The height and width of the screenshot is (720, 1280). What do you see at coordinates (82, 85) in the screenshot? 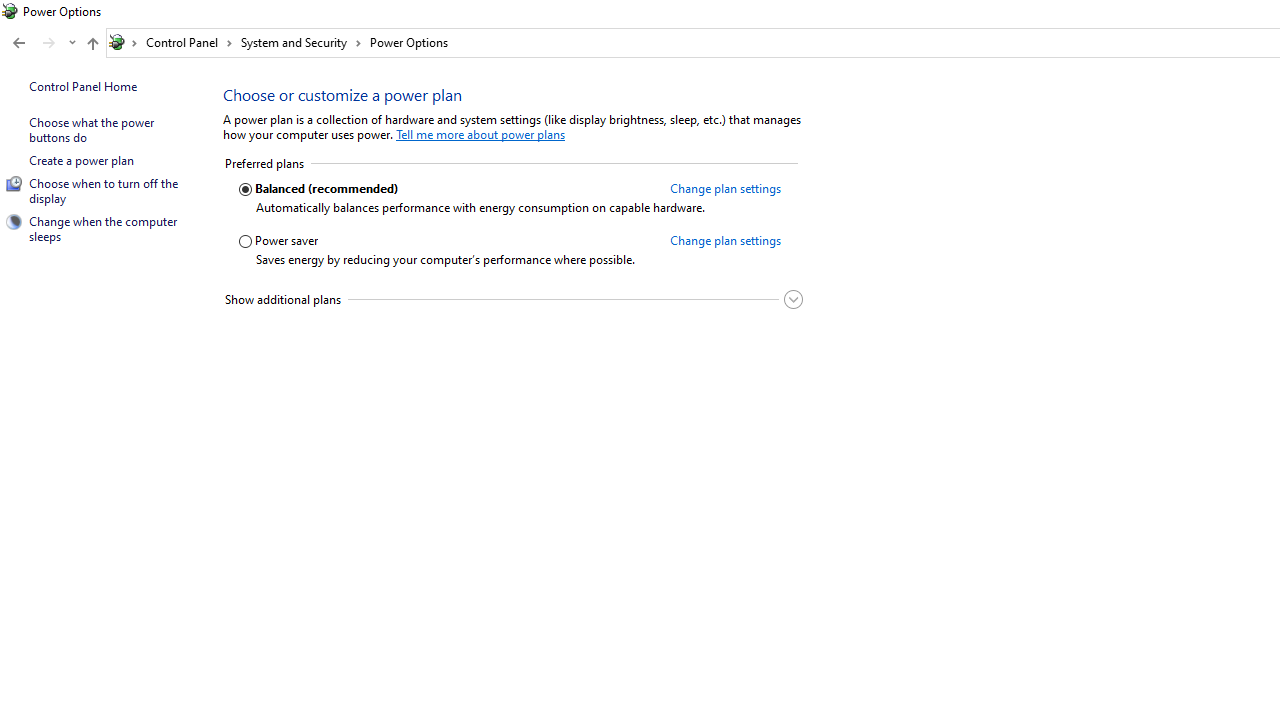
I see `'Control Panel Home'` at bounding box center [82, 85].